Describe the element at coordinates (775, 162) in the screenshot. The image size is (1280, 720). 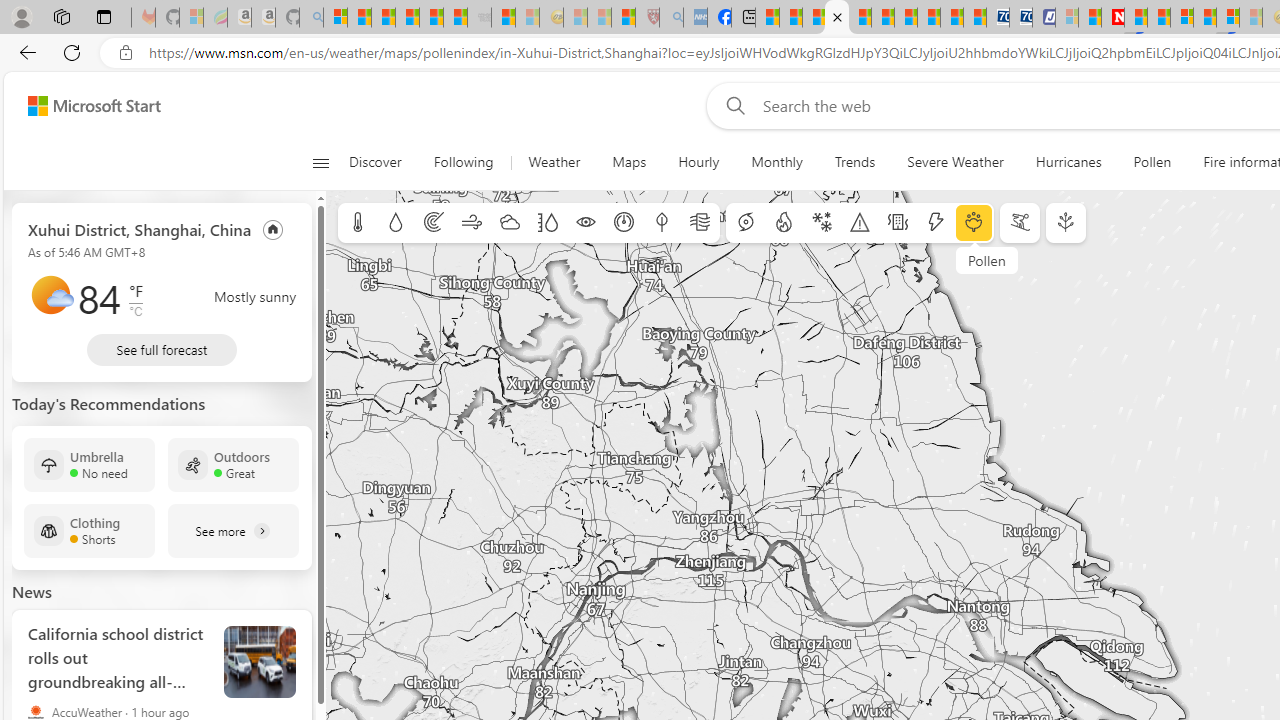
I see `'Monthly'` at that location.